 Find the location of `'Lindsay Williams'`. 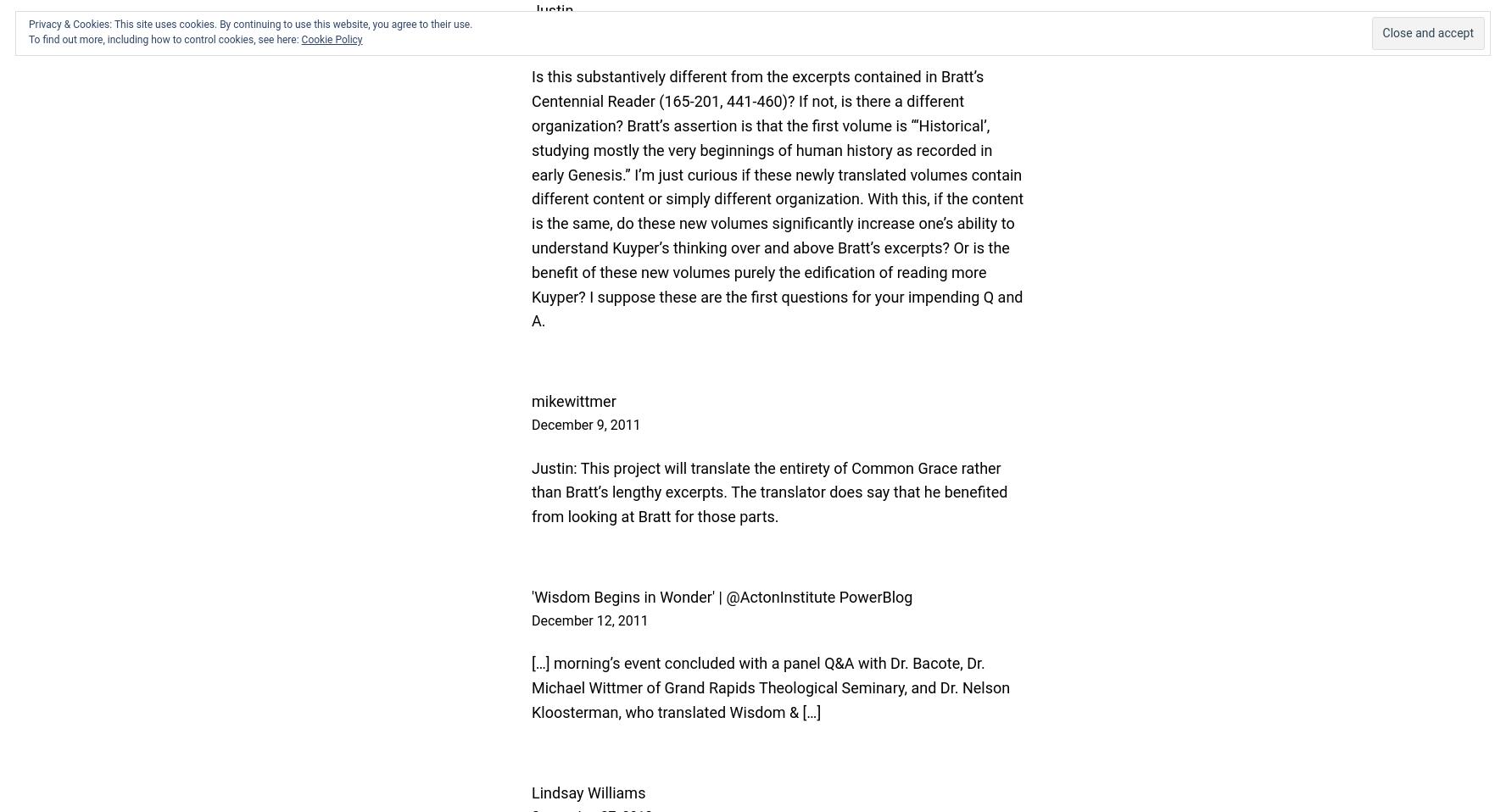

'Lindsay Williams' is located at coordinates (588, 792).